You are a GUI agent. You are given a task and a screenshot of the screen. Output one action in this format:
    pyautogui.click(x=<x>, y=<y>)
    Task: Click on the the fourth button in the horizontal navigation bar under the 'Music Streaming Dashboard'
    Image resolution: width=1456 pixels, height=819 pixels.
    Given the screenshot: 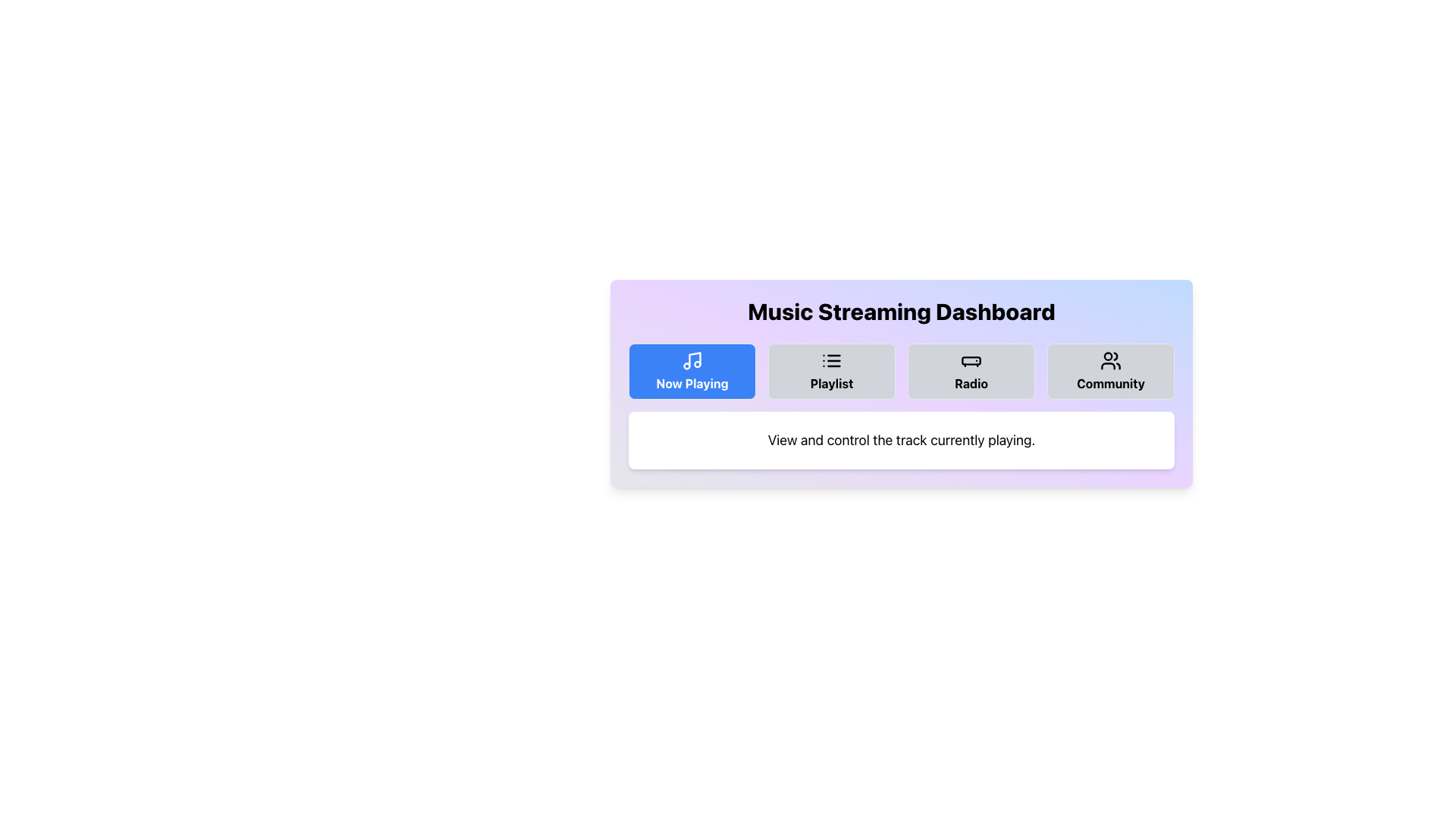 What is the action you would take?
    pyautogui.click(x=1110, y=371)
    